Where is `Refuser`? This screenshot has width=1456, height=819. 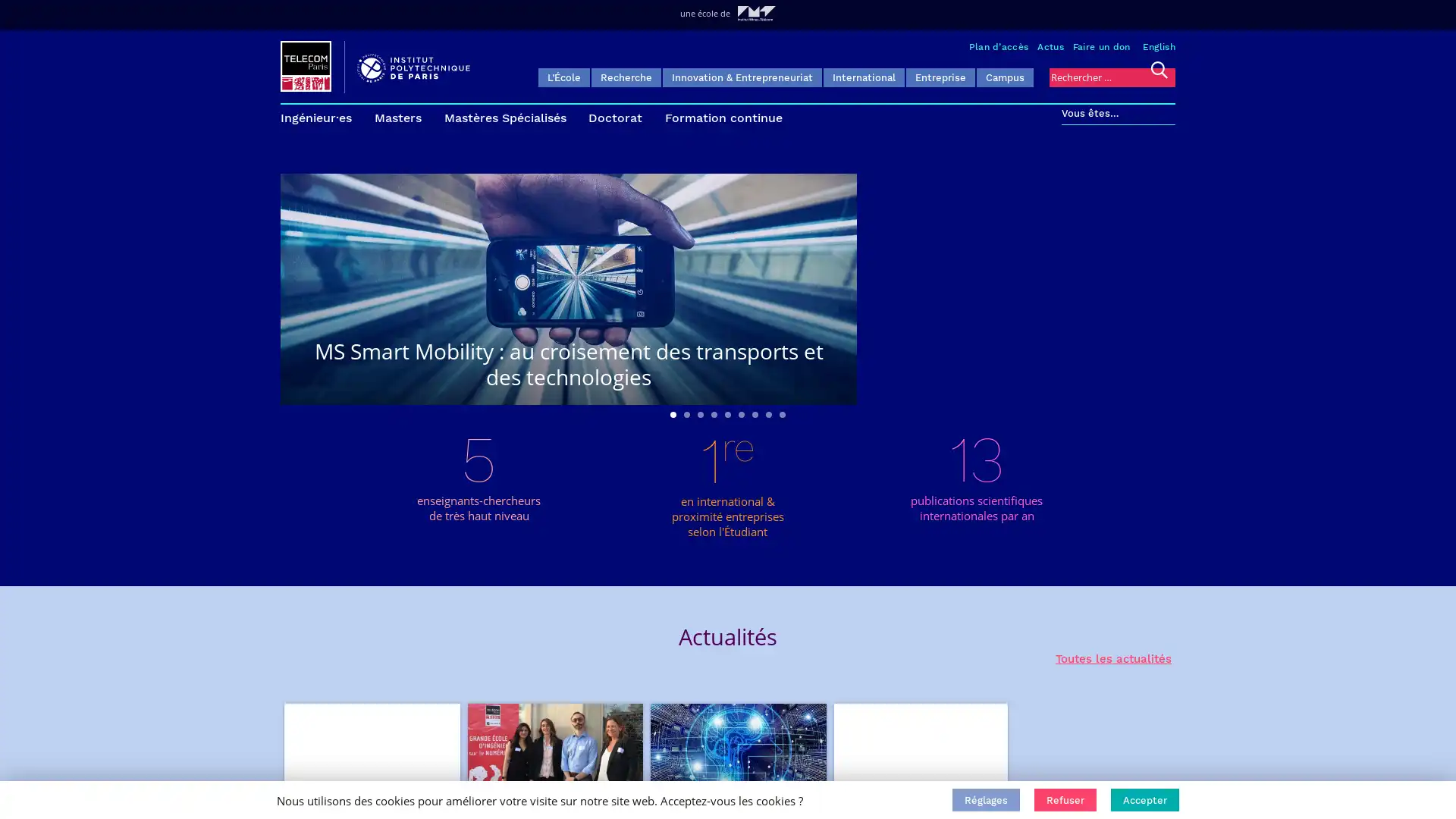 Refuser is located at coordinates (1065, 799).